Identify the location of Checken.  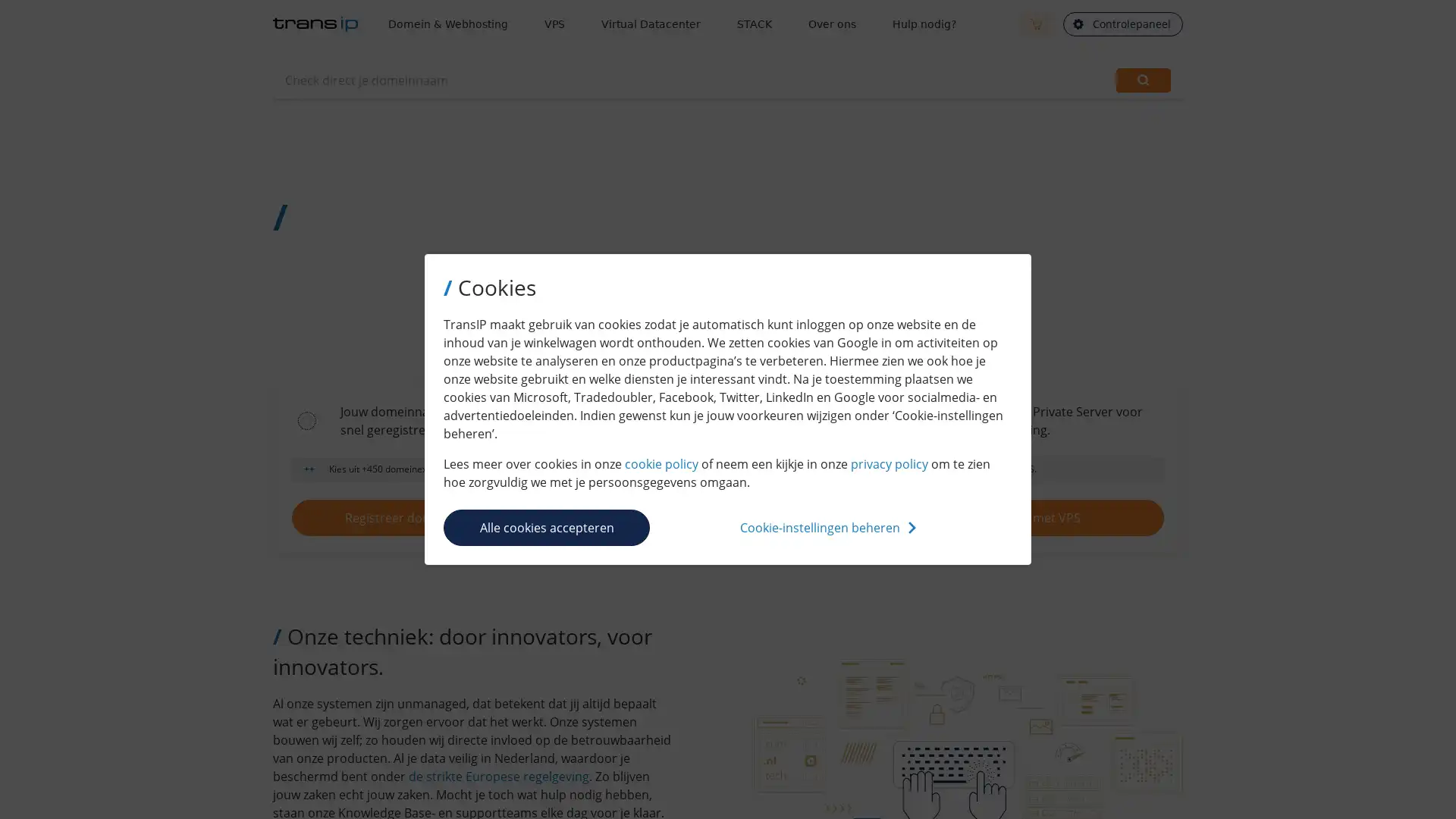
(1143, 80).